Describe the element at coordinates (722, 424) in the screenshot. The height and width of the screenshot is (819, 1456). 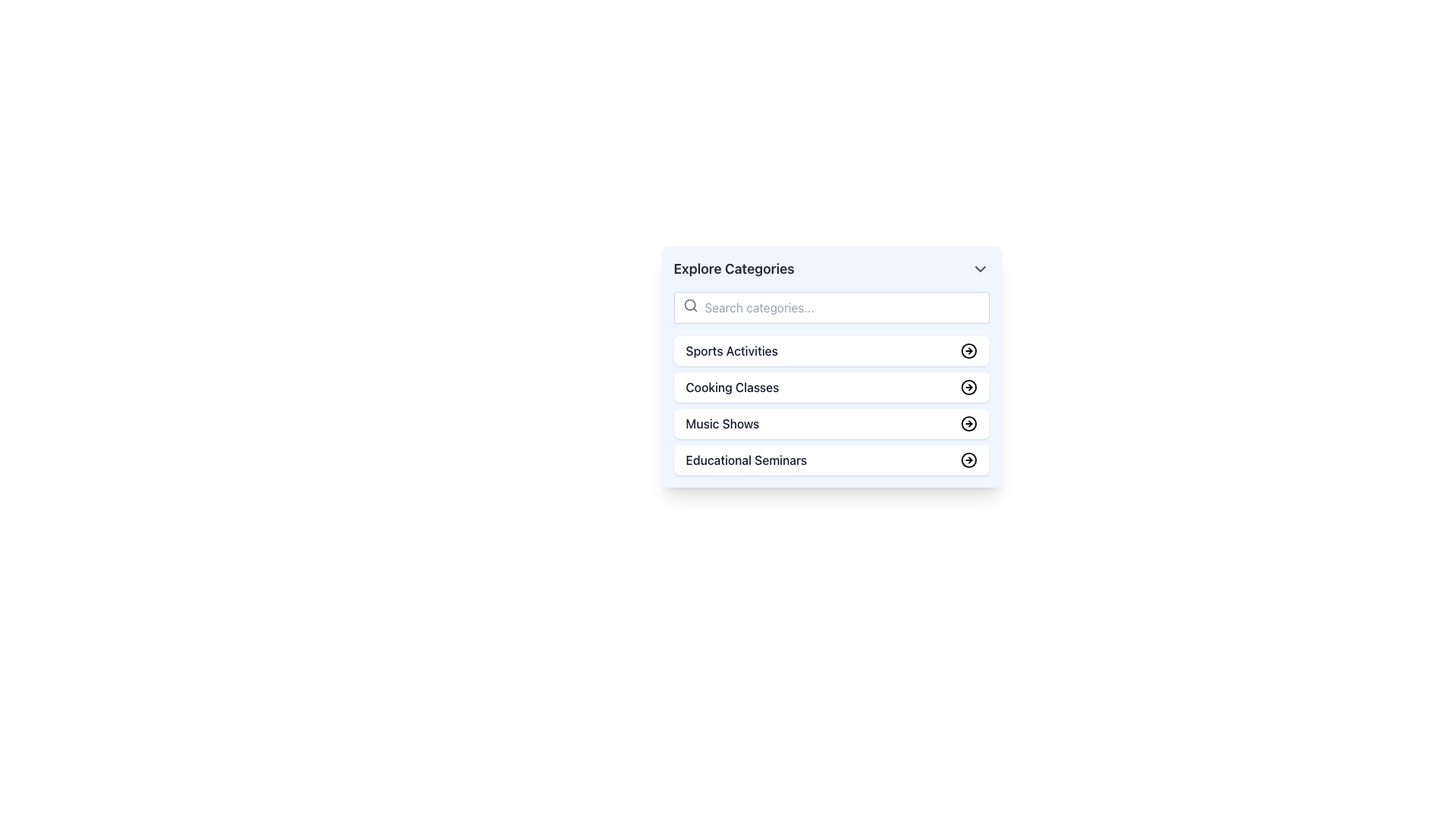
I see `the 'Music Shows' text label in the 'Explore Categories' list, which is the third card located between 'Cooking Classes' and 'Educational Seminars'` at that location.